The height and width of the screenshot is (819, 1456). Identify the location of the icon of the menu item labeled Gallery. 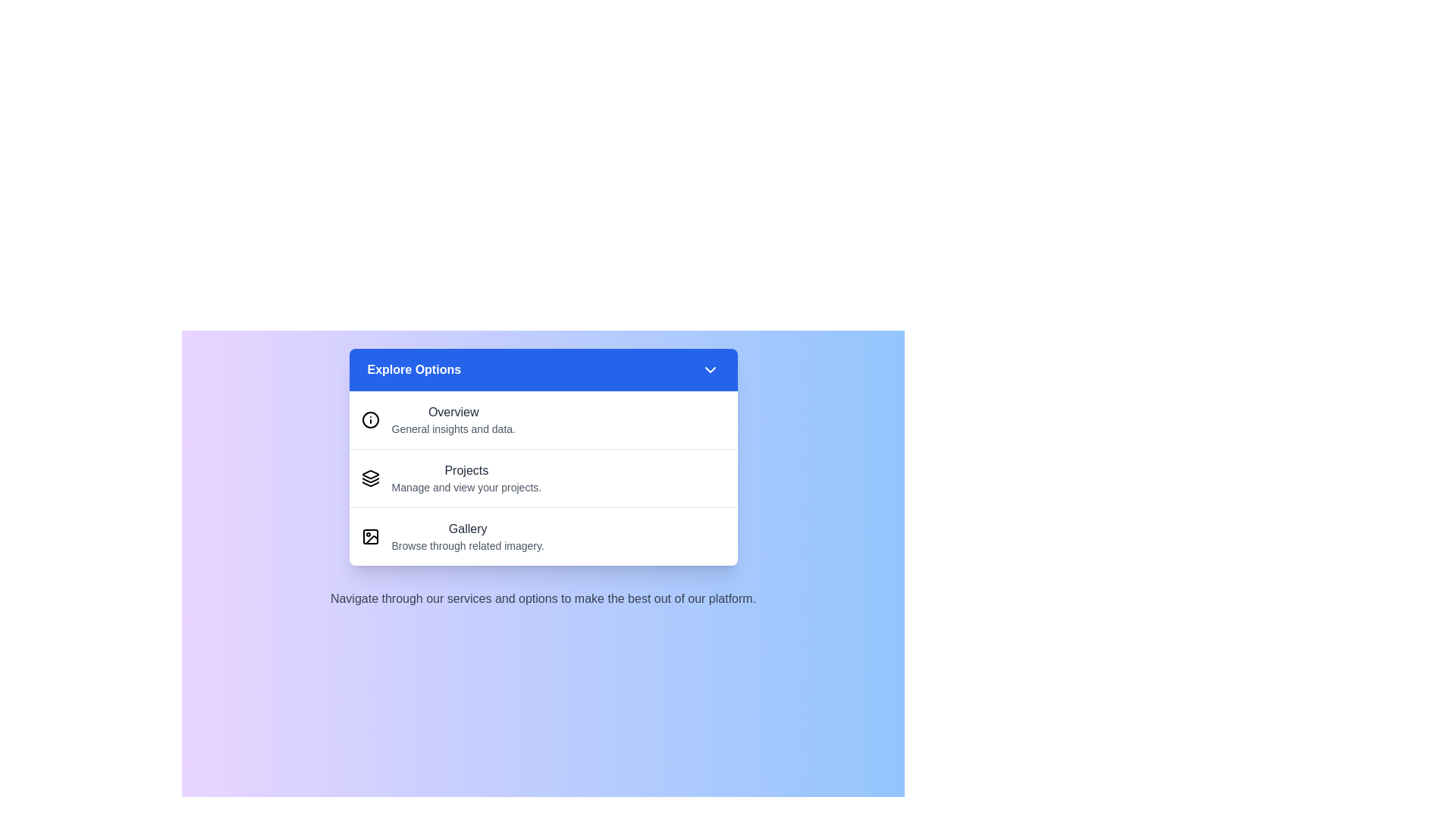
(370, 536).